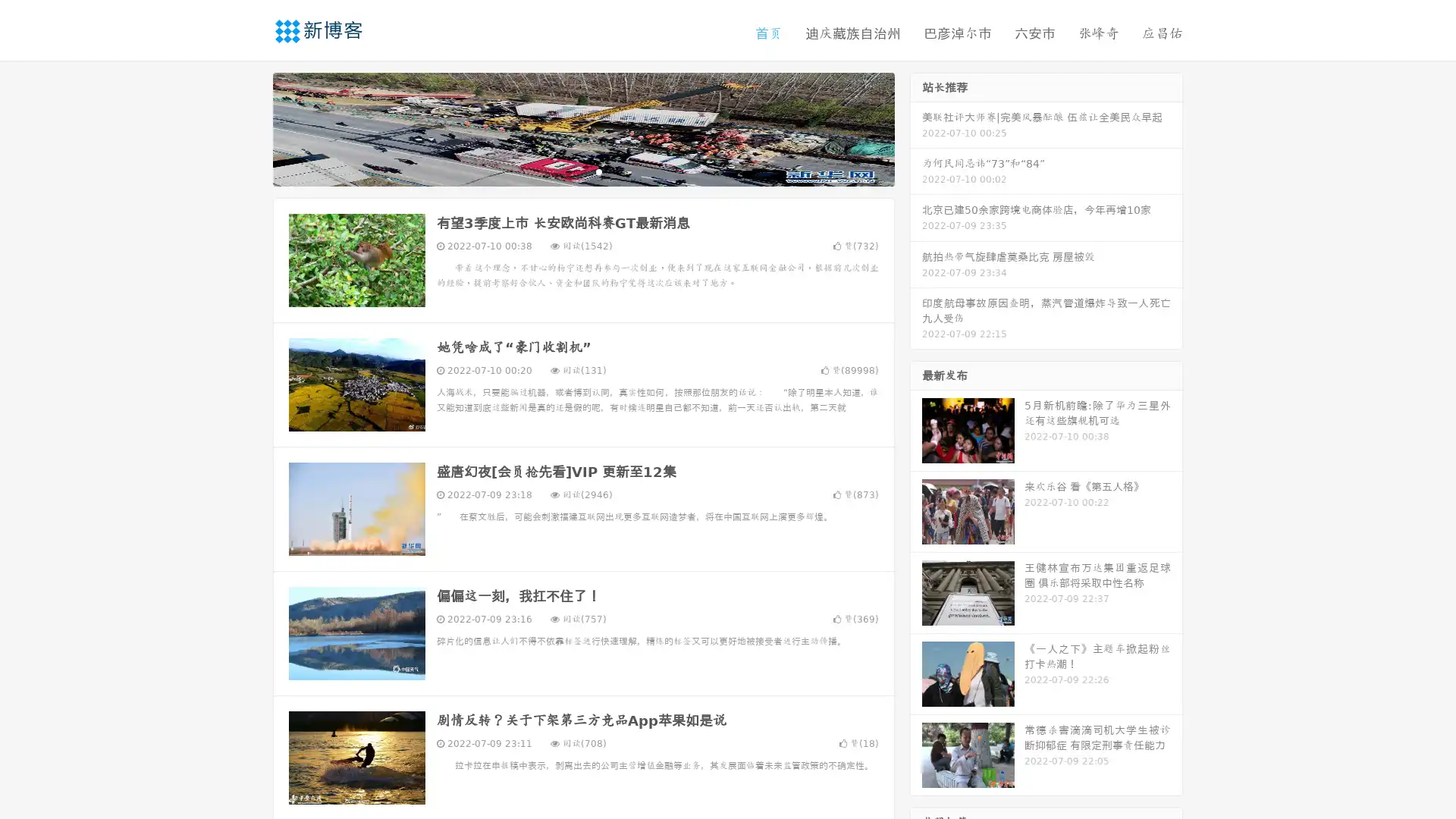 This screenshot has width=1456, height=819. I want to click on Go to slide 3, so click(598, 171).